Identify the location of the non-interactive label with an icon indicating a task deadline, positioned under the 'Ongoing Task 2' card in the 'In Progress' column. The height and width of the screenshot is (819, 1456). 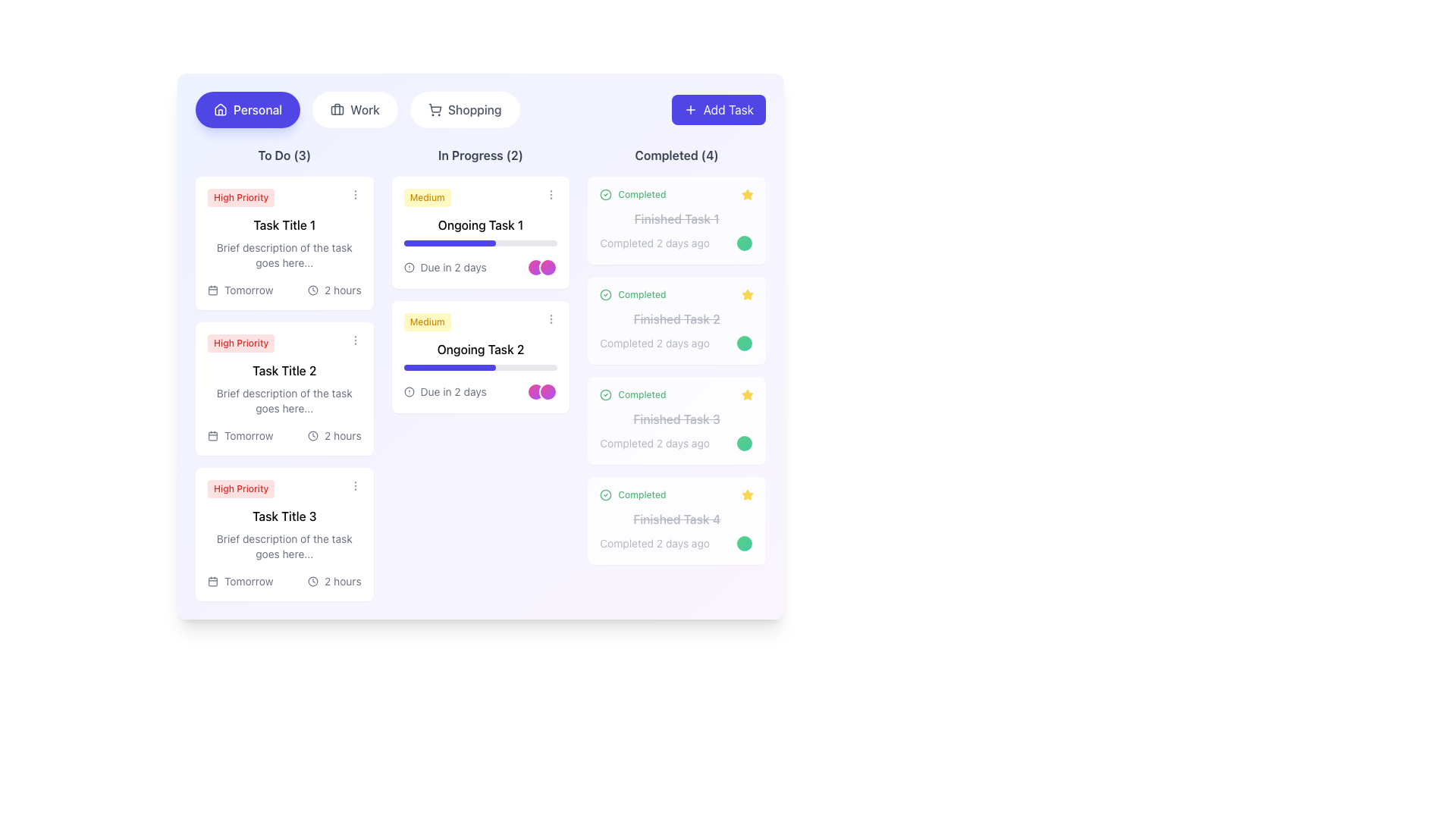
(444, 391).